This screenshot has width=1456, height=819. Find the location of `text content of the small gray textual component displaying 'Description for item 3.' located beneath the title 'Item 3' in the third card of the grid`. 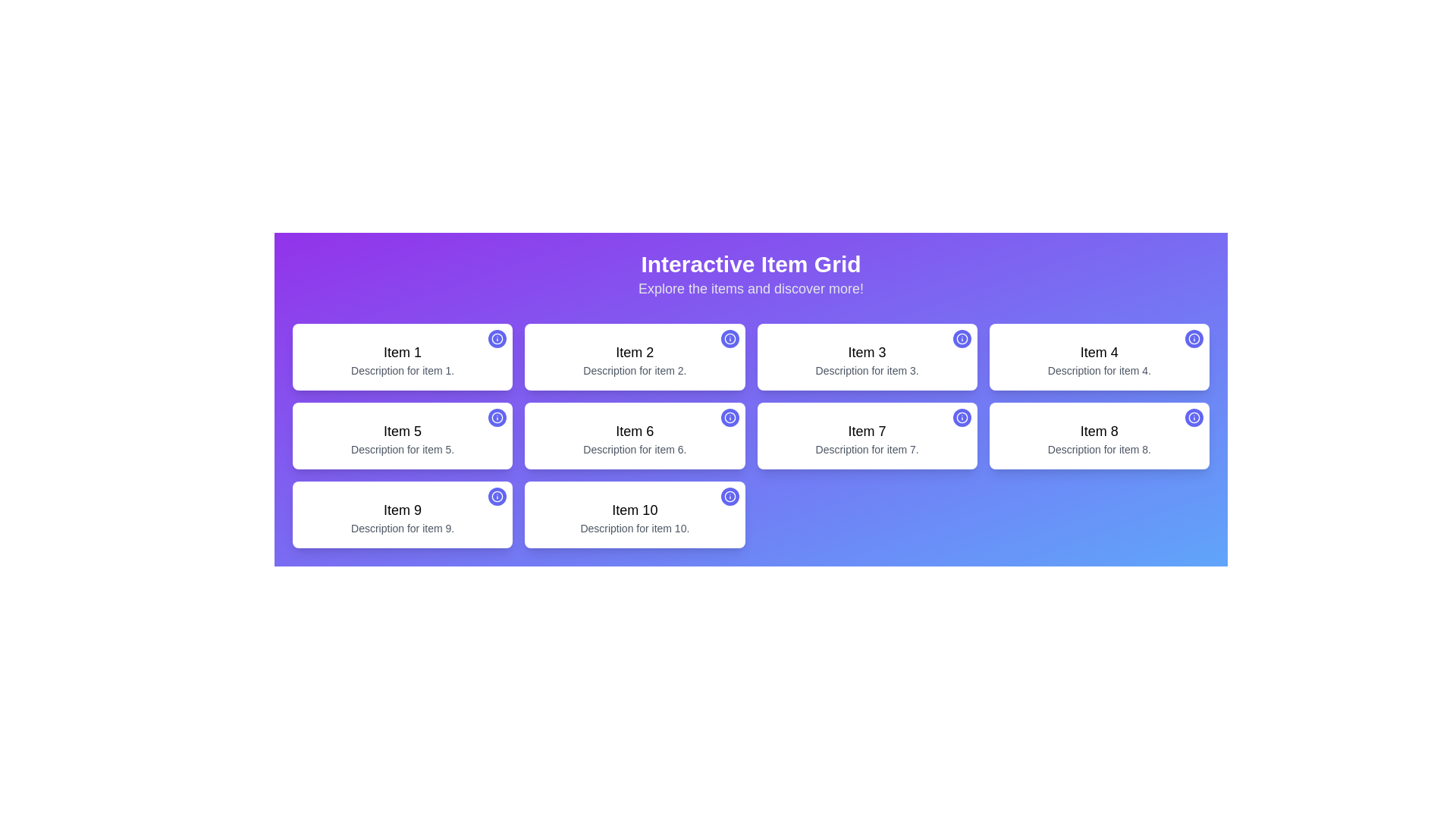

text content of the small gray textual component displaying 'Description for item 3.' located beneath the title 'Item 3' in the third card of the grid is located at coordinates (867, 371).